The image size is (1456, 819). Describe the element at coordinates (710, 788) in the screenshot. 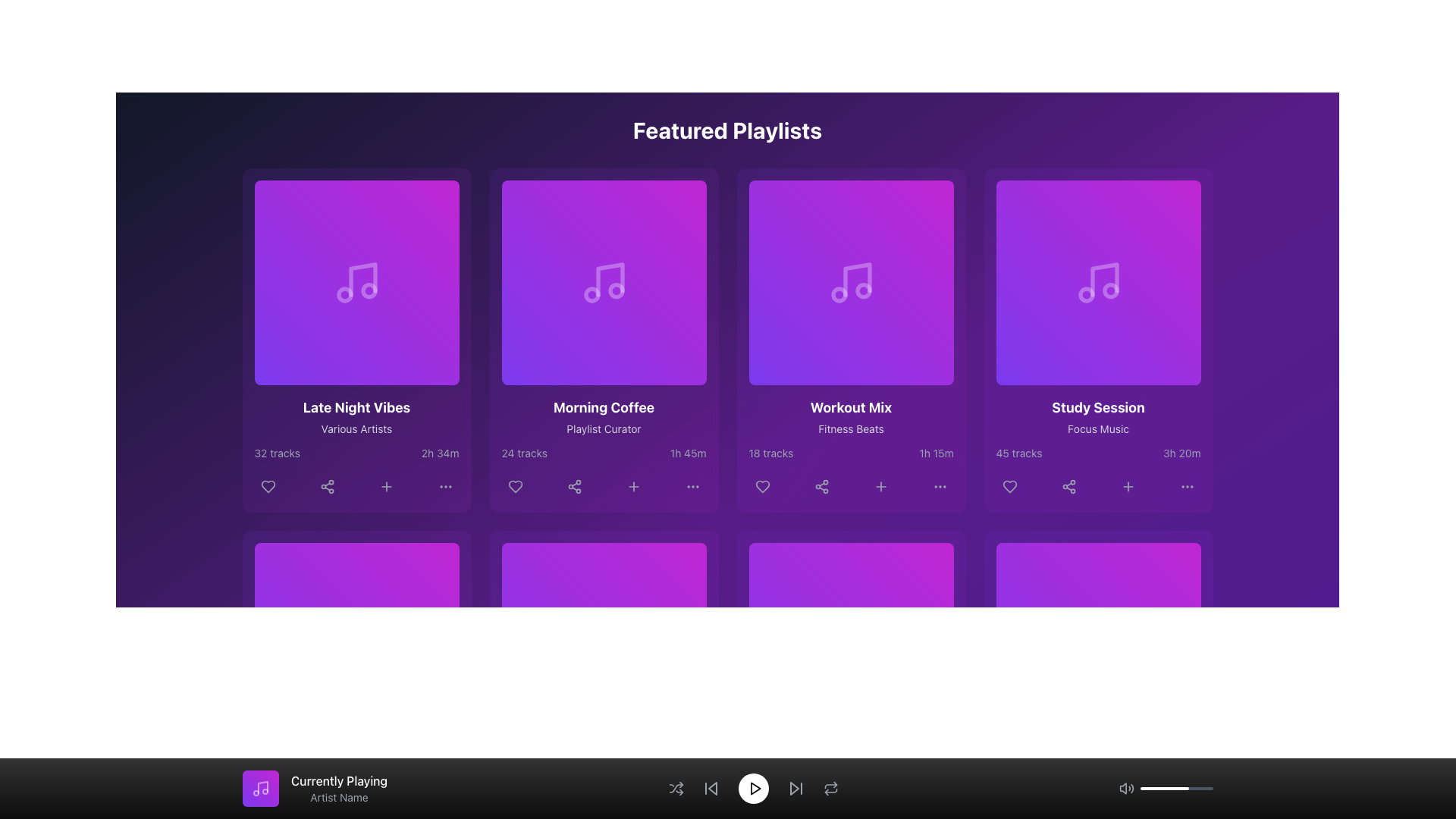

I see `the left-facing double arrow icon button with a vertical line to its left, which is styled gray and changes to white upon hovering, located in the bottom control bar near the center-left of the interface` at that location.